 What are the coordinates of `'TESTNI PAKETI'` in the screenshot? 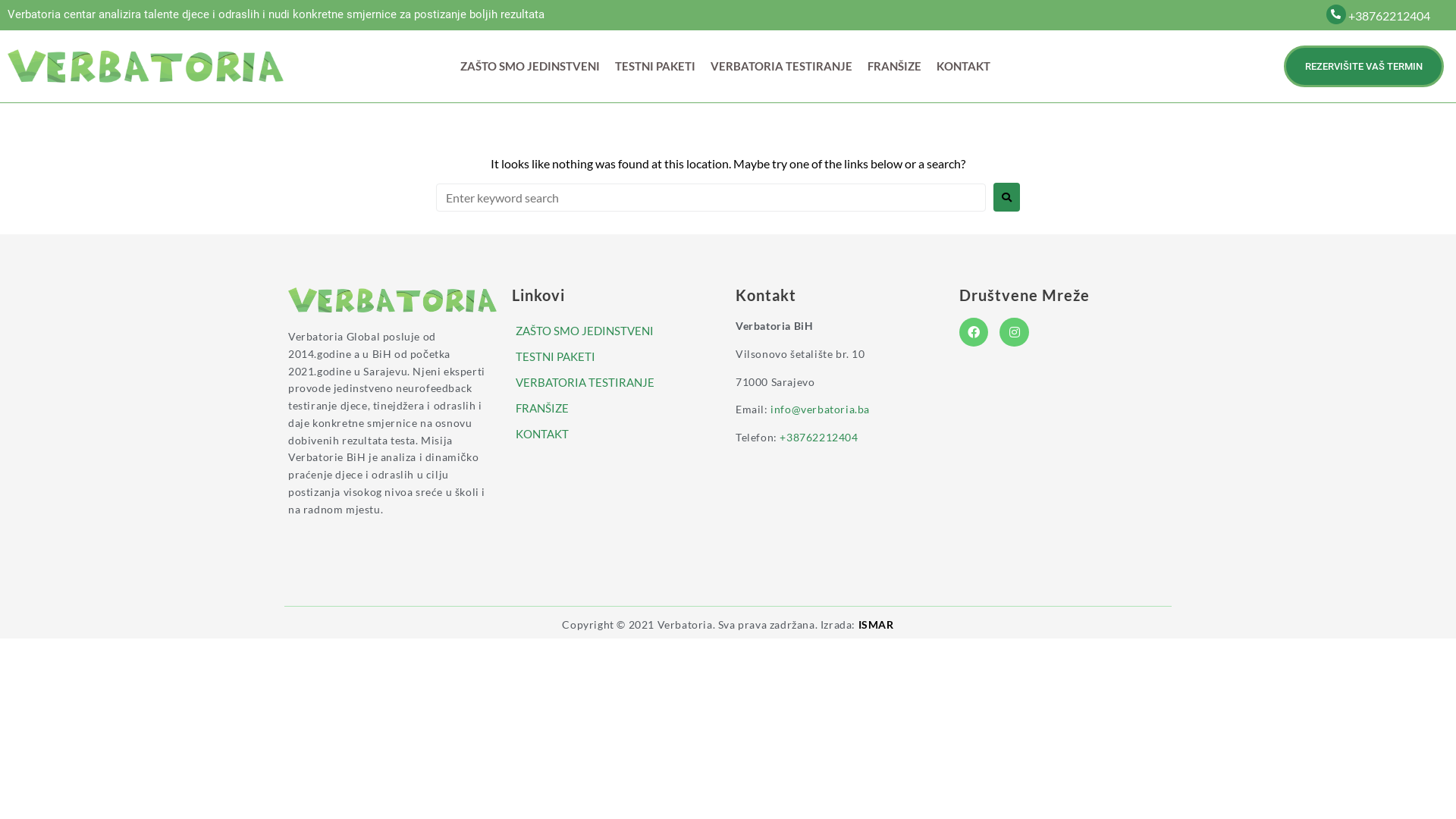 It's located at (612, 356).